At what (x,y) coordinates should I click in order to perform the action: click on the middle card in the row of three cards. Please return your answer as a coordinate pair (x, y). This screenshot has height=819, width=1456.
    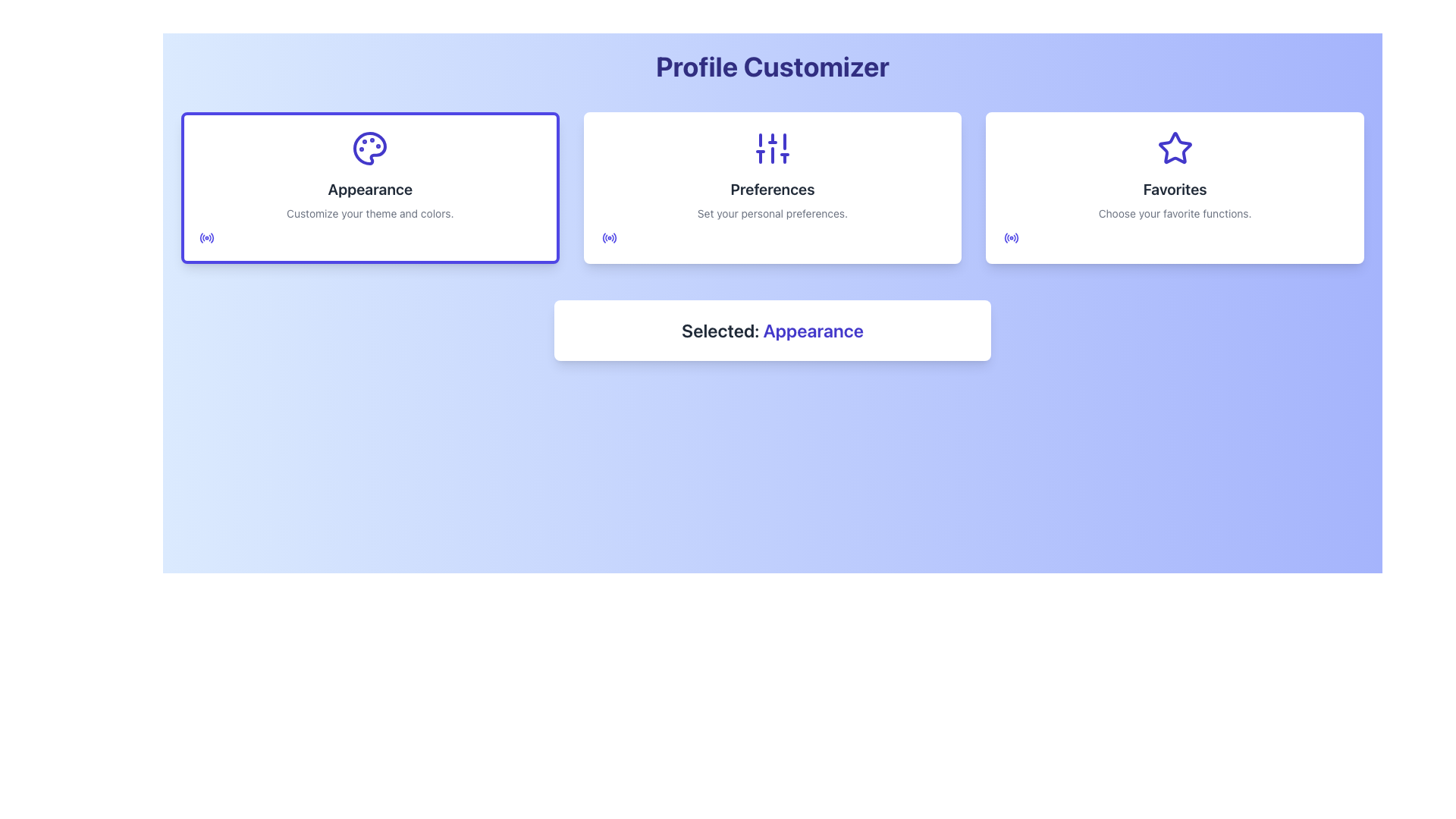
    Looking at the image, I should click on (772, 187).